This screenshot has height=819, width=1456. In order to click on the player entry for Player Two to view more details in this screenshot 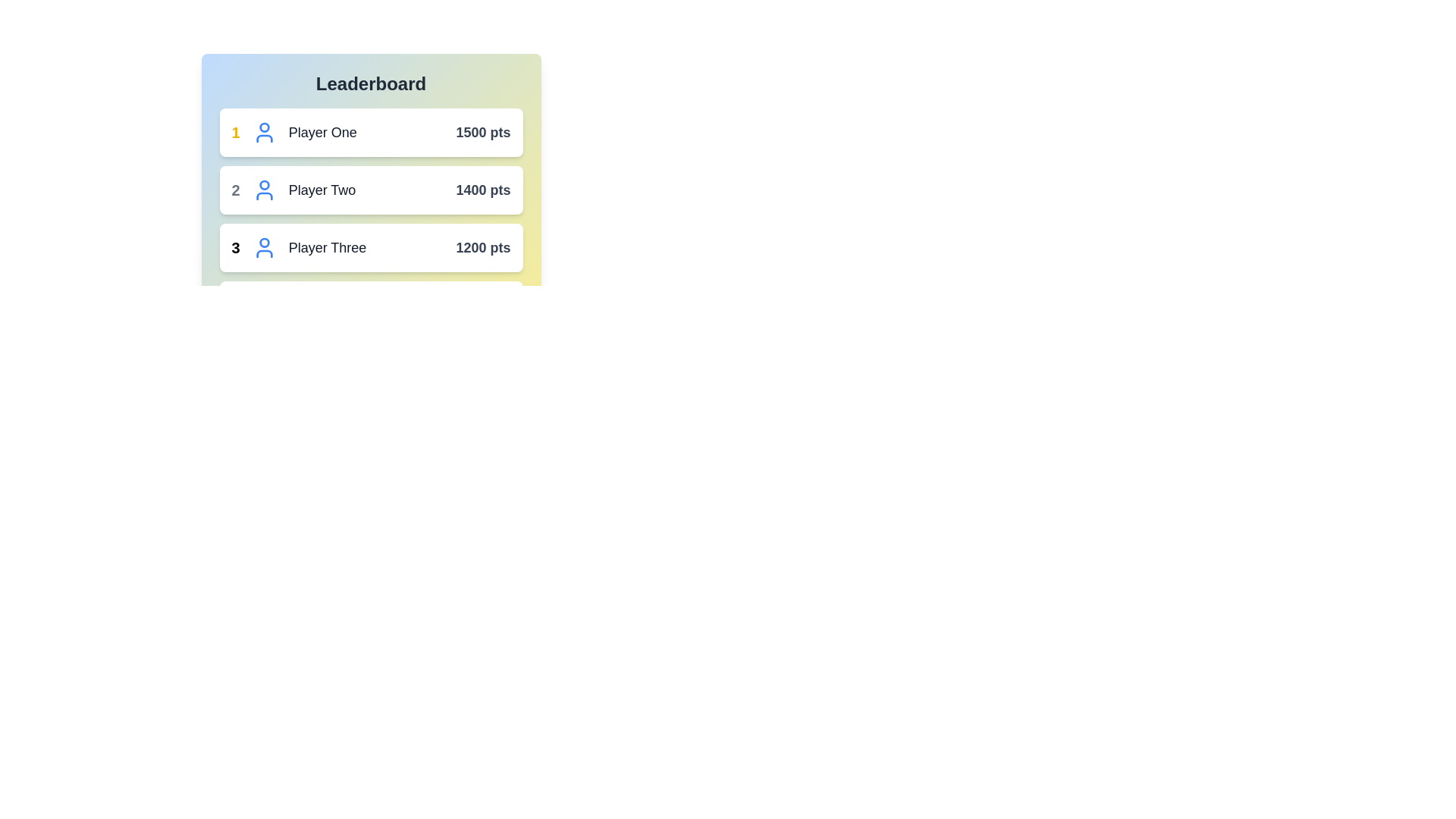, I will do `click(371, 189)`.